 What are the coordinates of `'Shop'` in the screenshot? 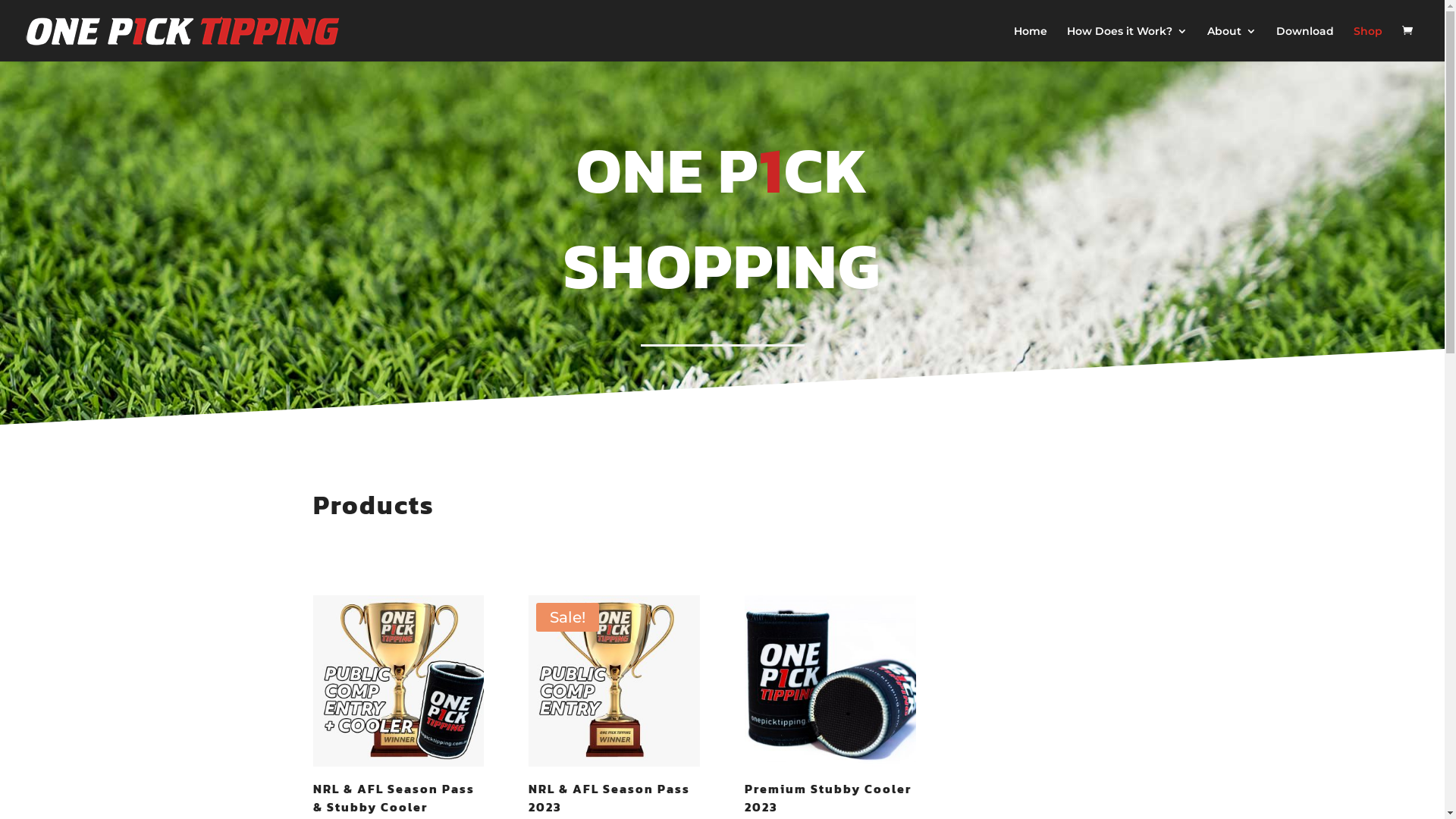 It's located at (1368, 42).